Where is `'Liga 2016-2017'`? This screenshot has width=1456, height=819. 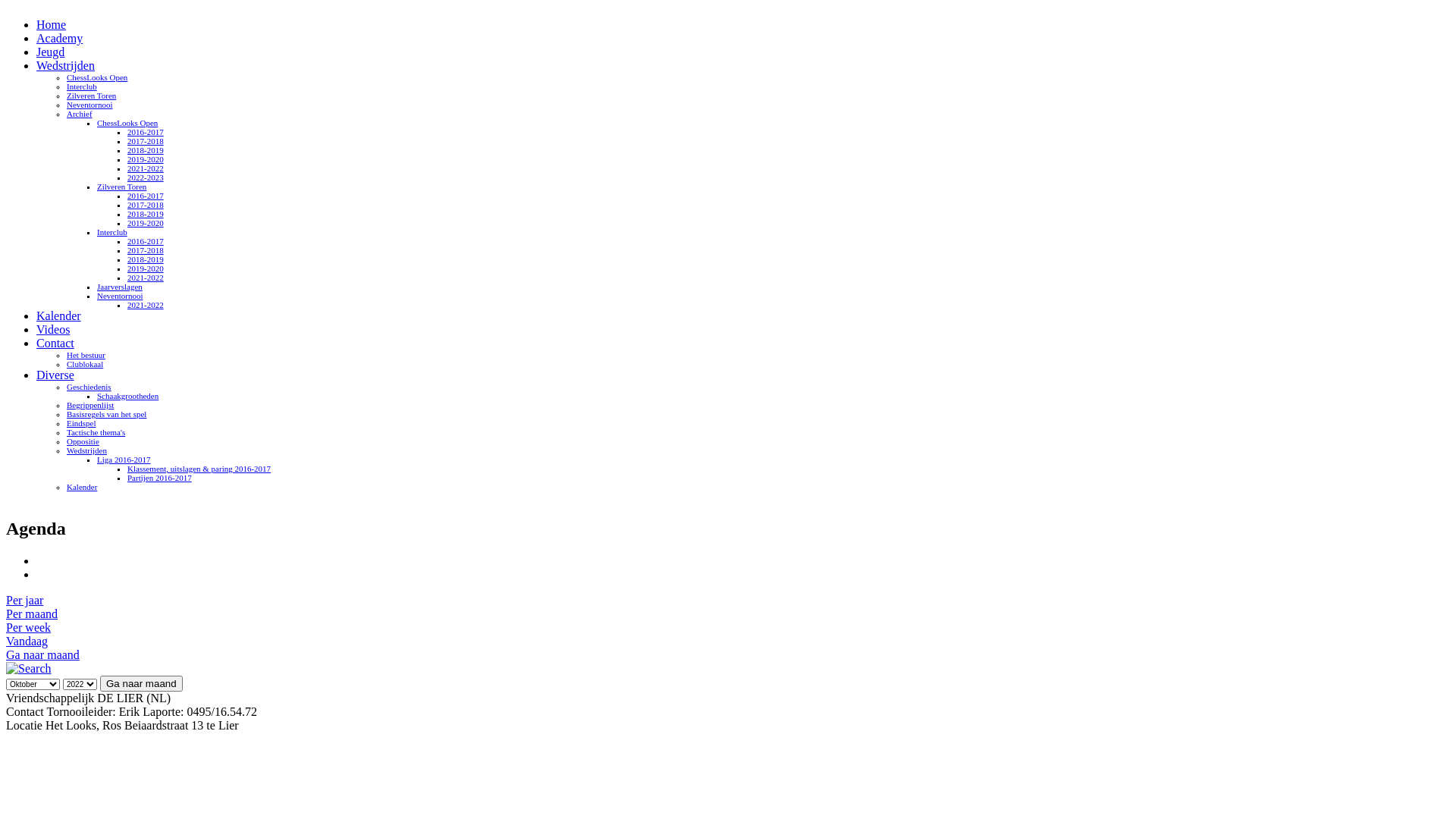
'Liga 2016-2017' is located at coordinates (124, 458).